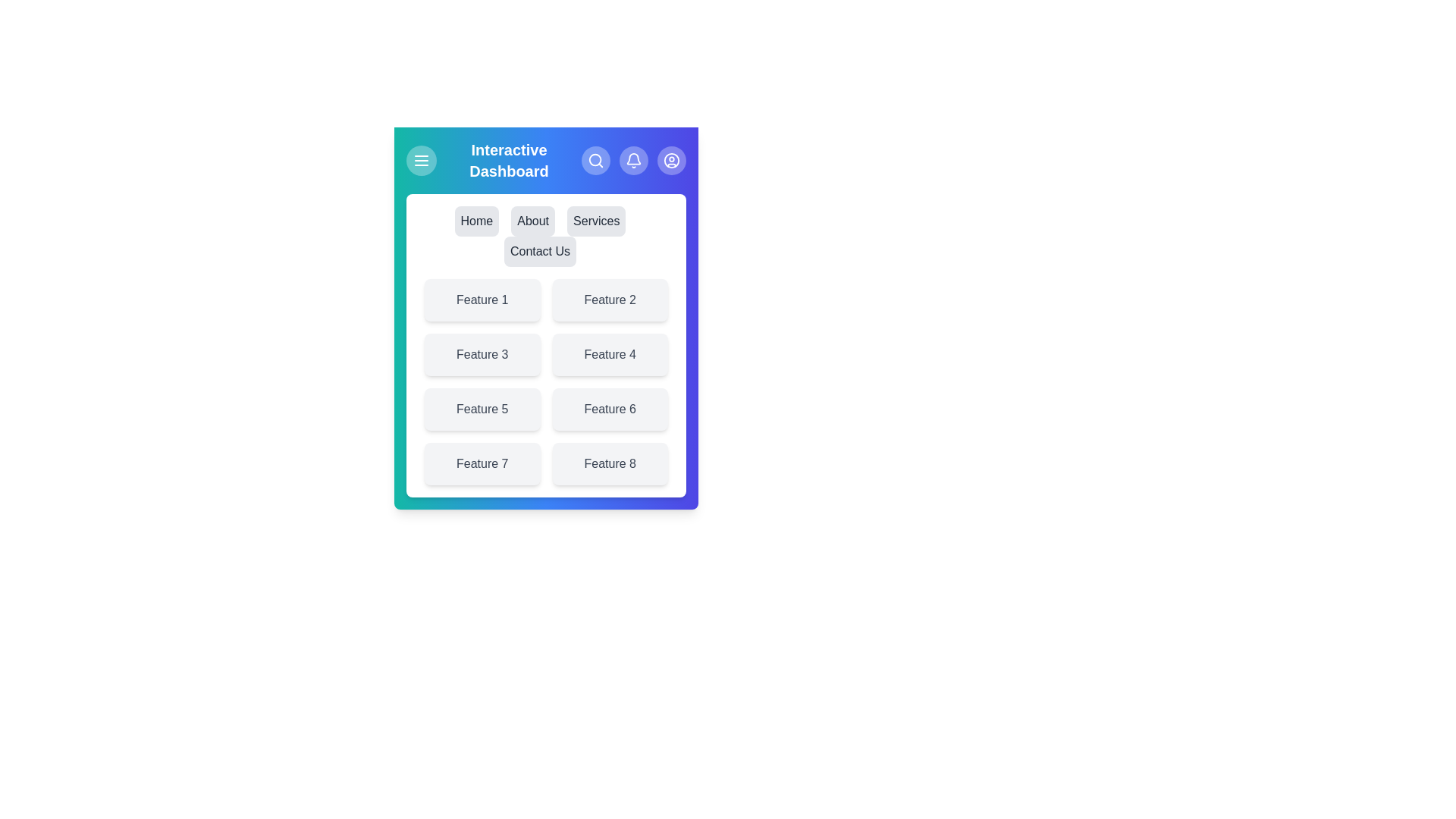  I want to click on the profile icon in the app bar, so click(671, 161).